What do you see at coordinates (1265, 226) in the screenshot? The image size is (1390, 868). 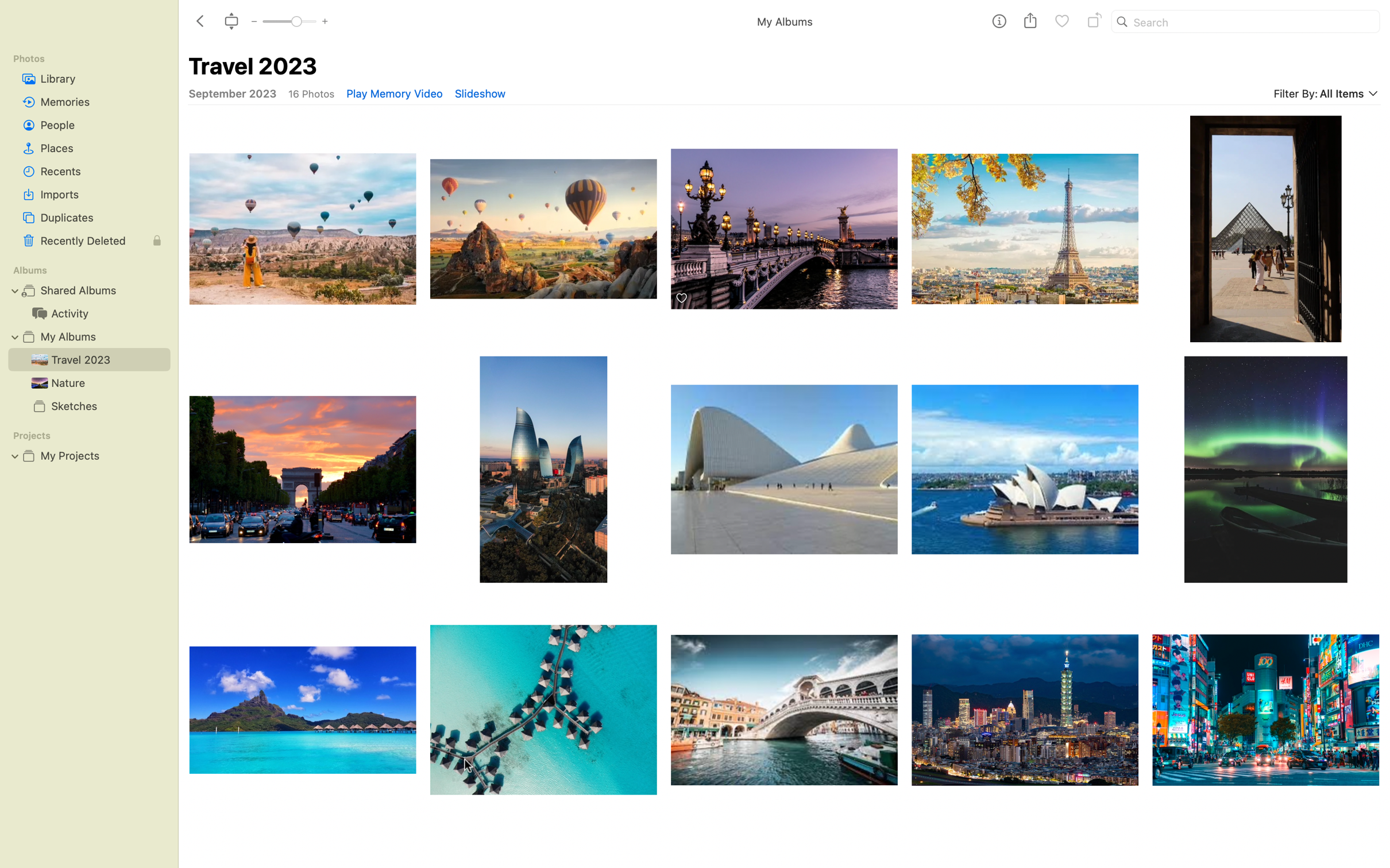 I see `the Louvre"s picture` at bounding box center [1265, 226].